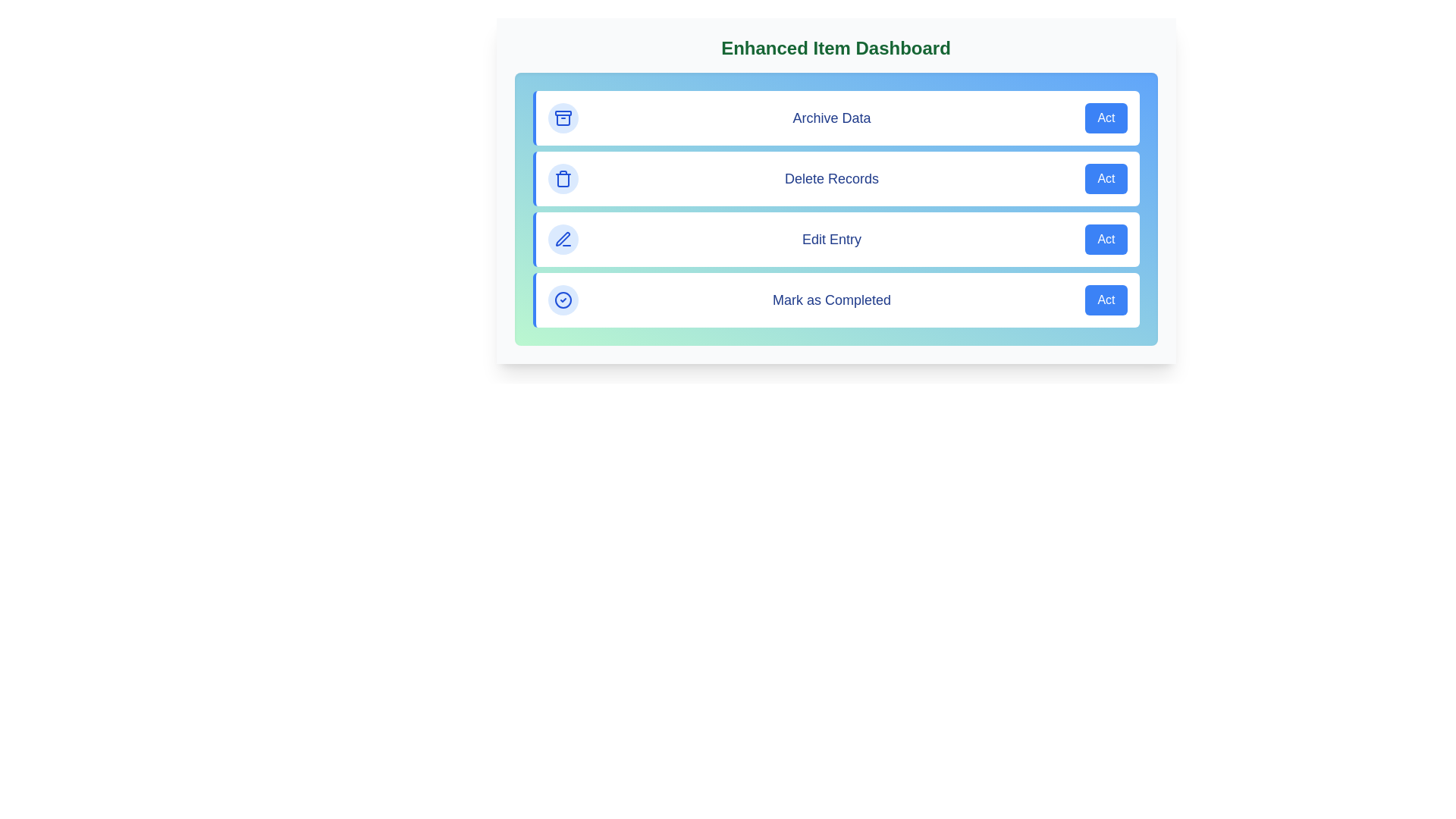 The height and width of the screenshot is (819, 1456). What do you see at coordinates (1106, 177) in the screenshot?
I see `the 'Act' button for the action 'Delete Records'` at bounding box center [1106, 177].